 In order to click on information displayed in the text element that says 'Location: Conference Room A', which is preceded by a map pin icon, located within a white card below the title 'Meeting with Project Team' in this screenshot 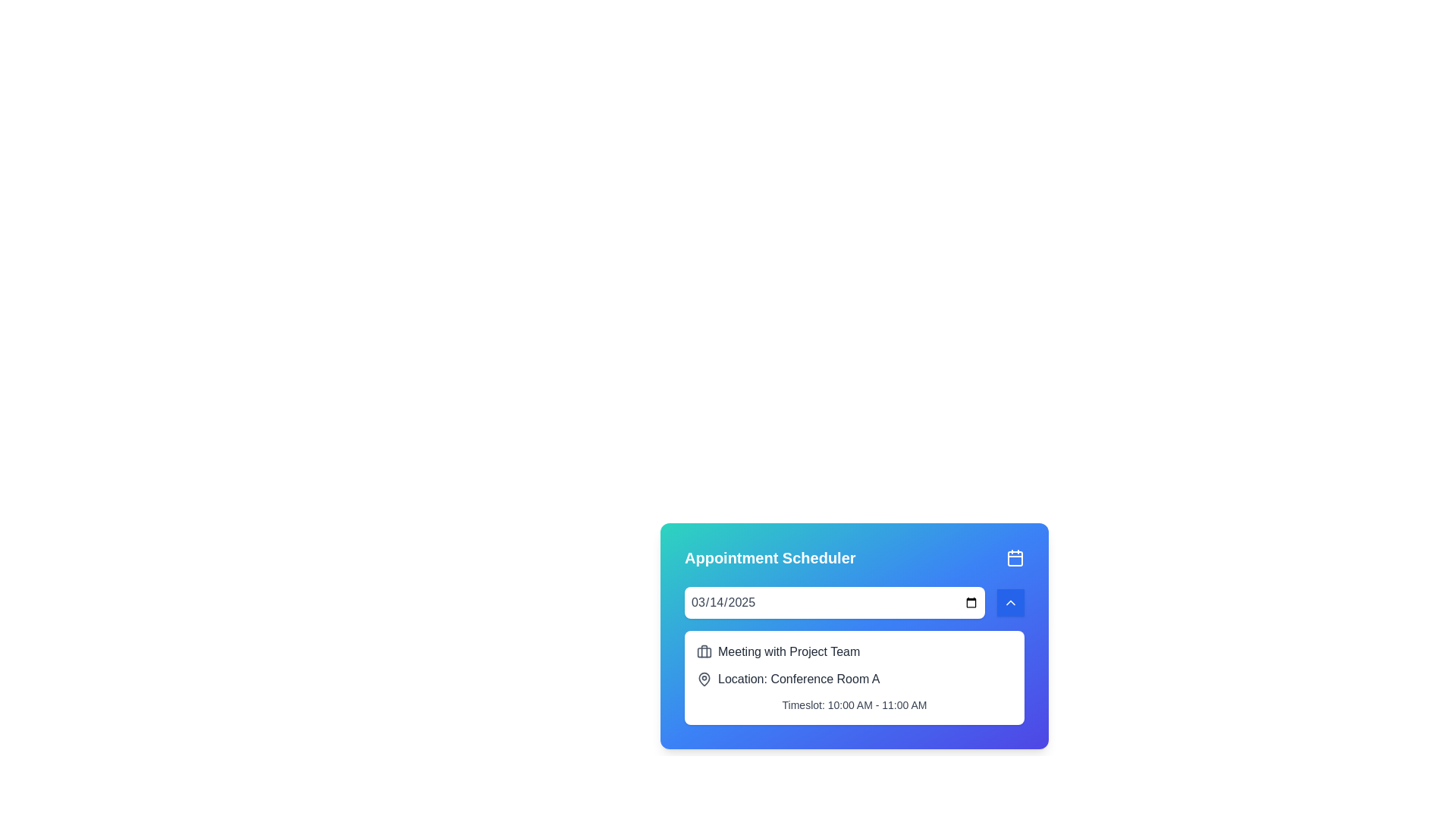, I will do `click(855, 678)`.